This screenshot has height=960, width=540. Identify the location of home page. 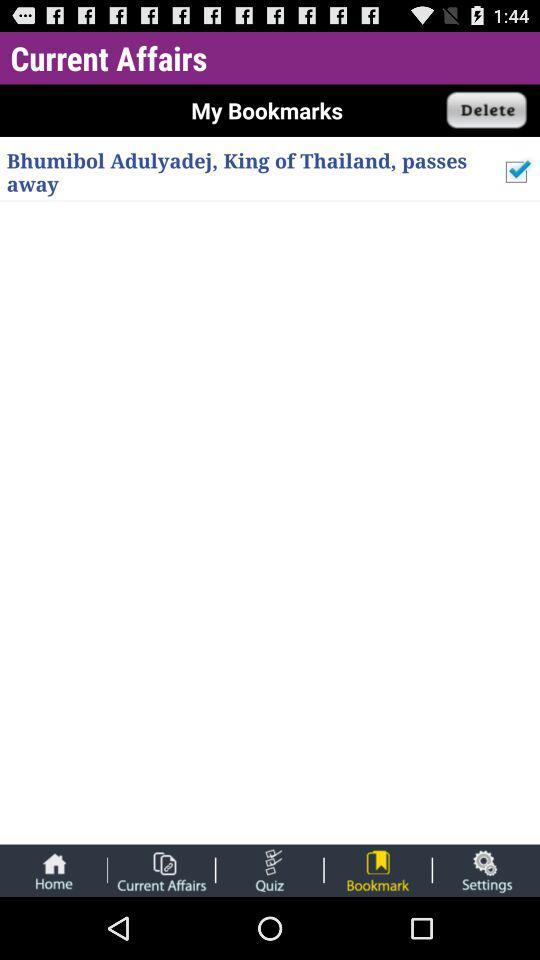
(53, 869).